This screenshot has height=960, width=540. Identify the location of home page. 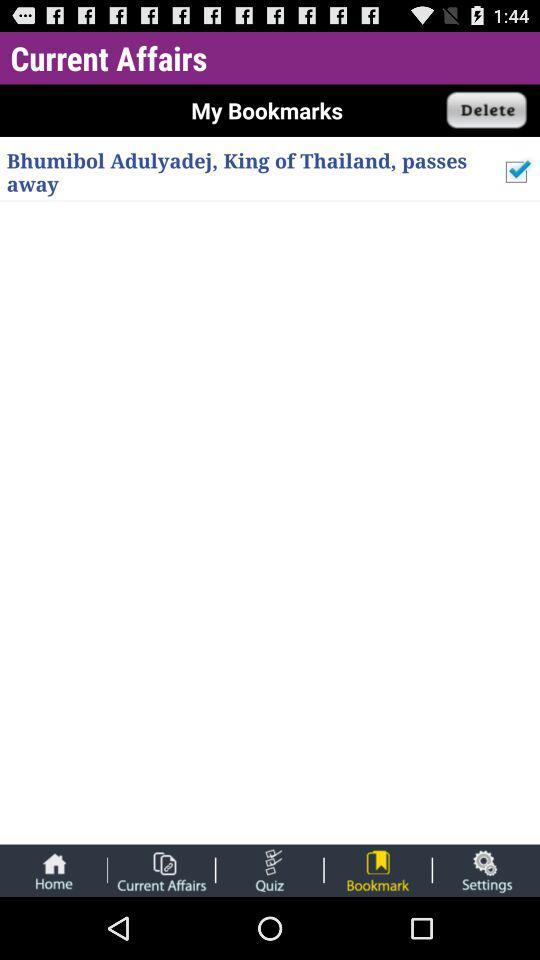
(53, 869).